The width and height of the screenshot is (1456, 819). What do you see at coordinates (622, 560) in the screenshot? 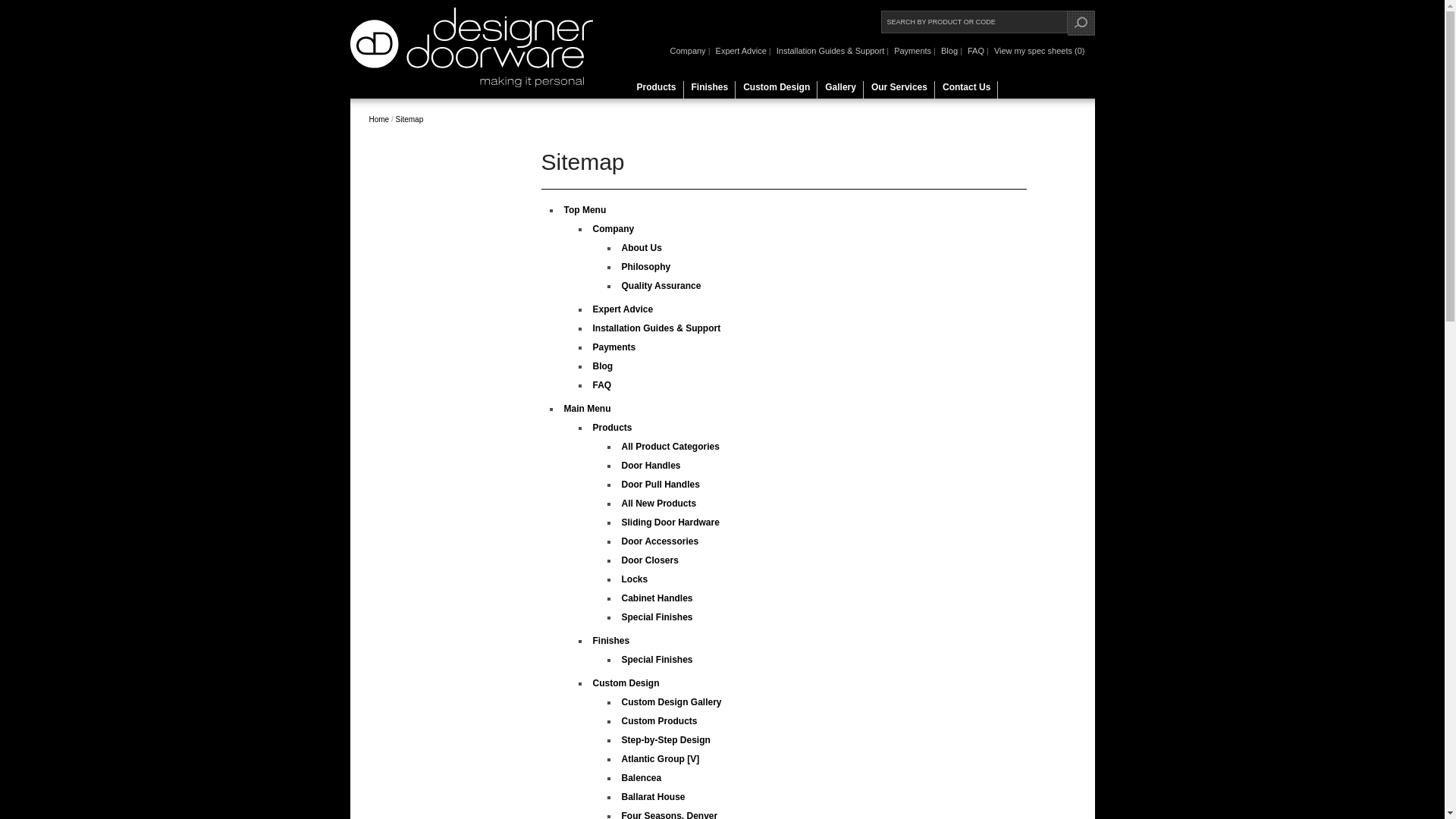
I see `'Door Closers'` at bounding box center [622, 560].